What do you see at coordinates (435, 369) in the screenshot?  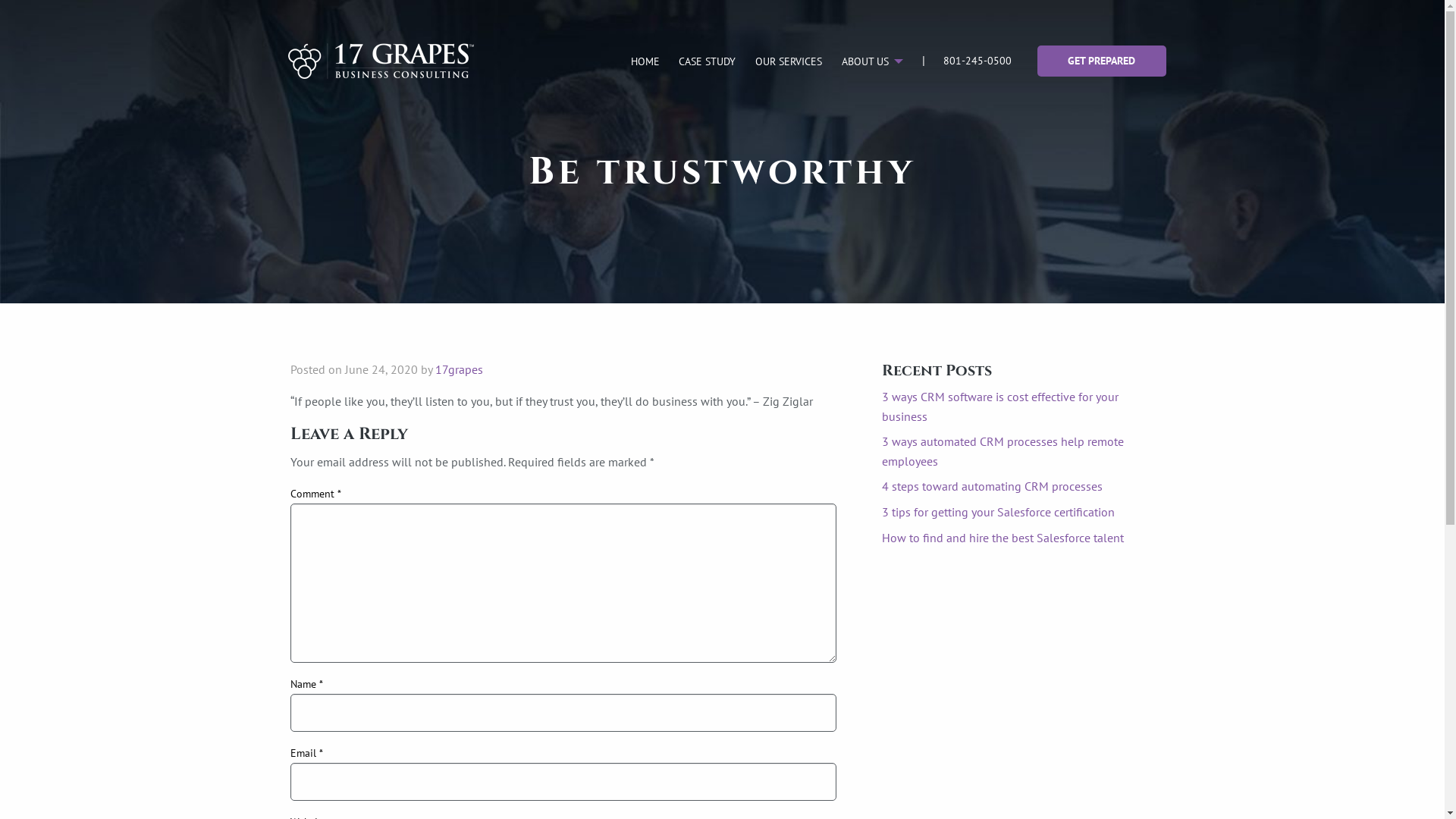 I see `'17grapes'` at bounding box center [435, 369].